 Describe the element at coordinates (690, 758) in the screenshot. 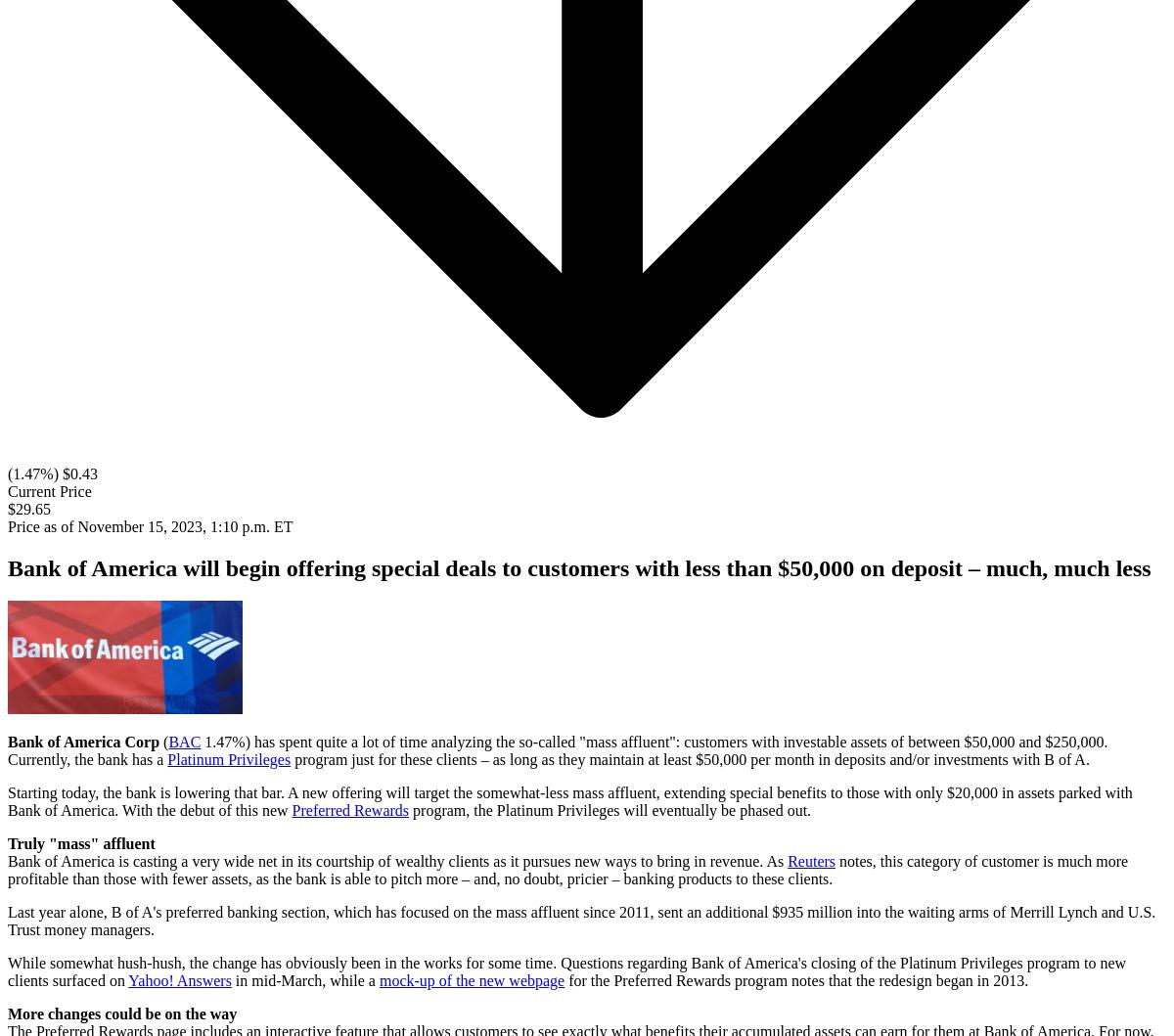

I see `'program just for these clients – as long as they maintain at least $50,000 per month in deposits and/or investments with B of A.'` at that location.